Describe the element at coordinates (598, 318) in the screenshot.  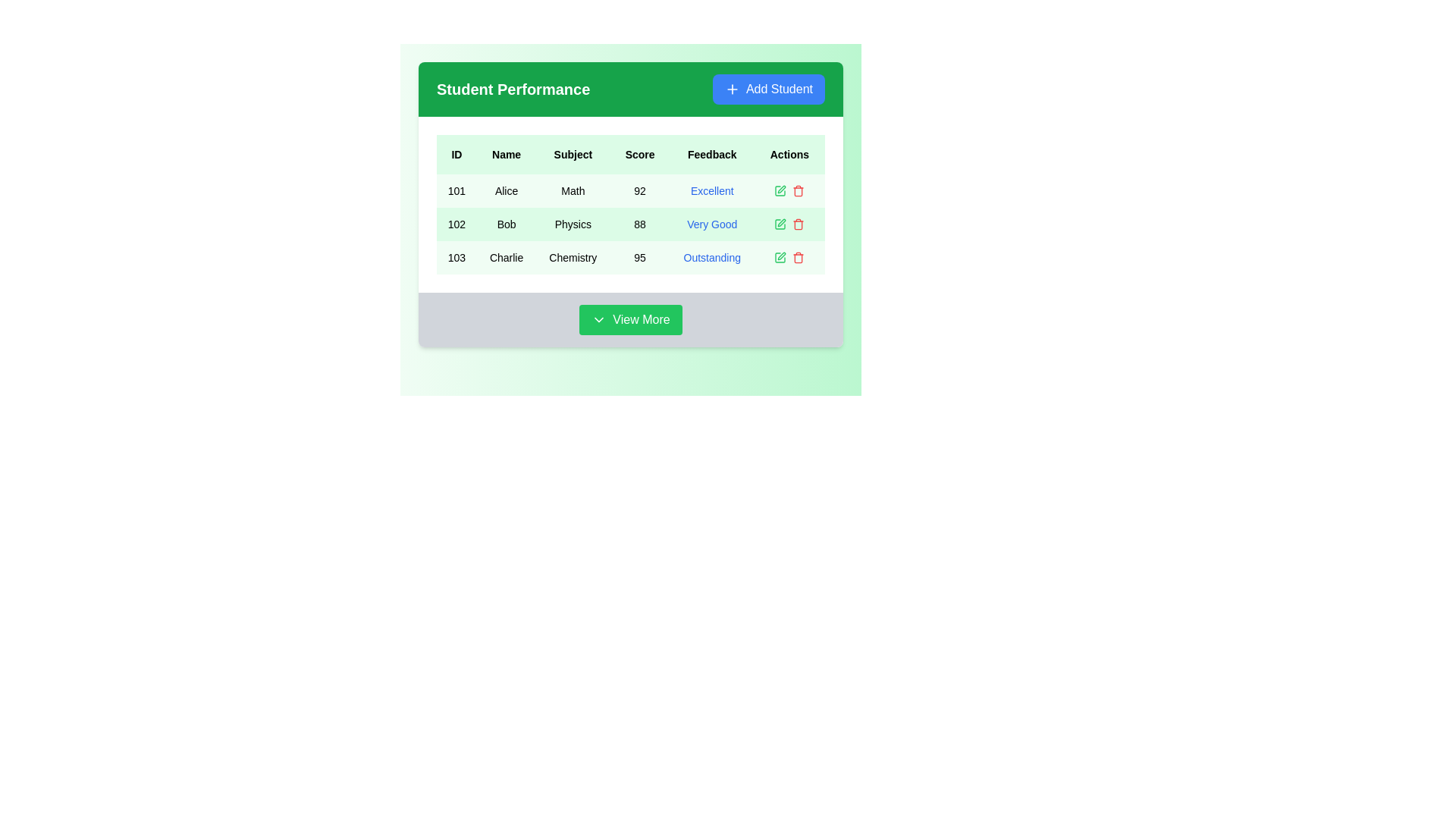
I see `the downward-pointing chevron icon that is part of the 'View More' button, positioned slightly to the left of the button text` at that location.